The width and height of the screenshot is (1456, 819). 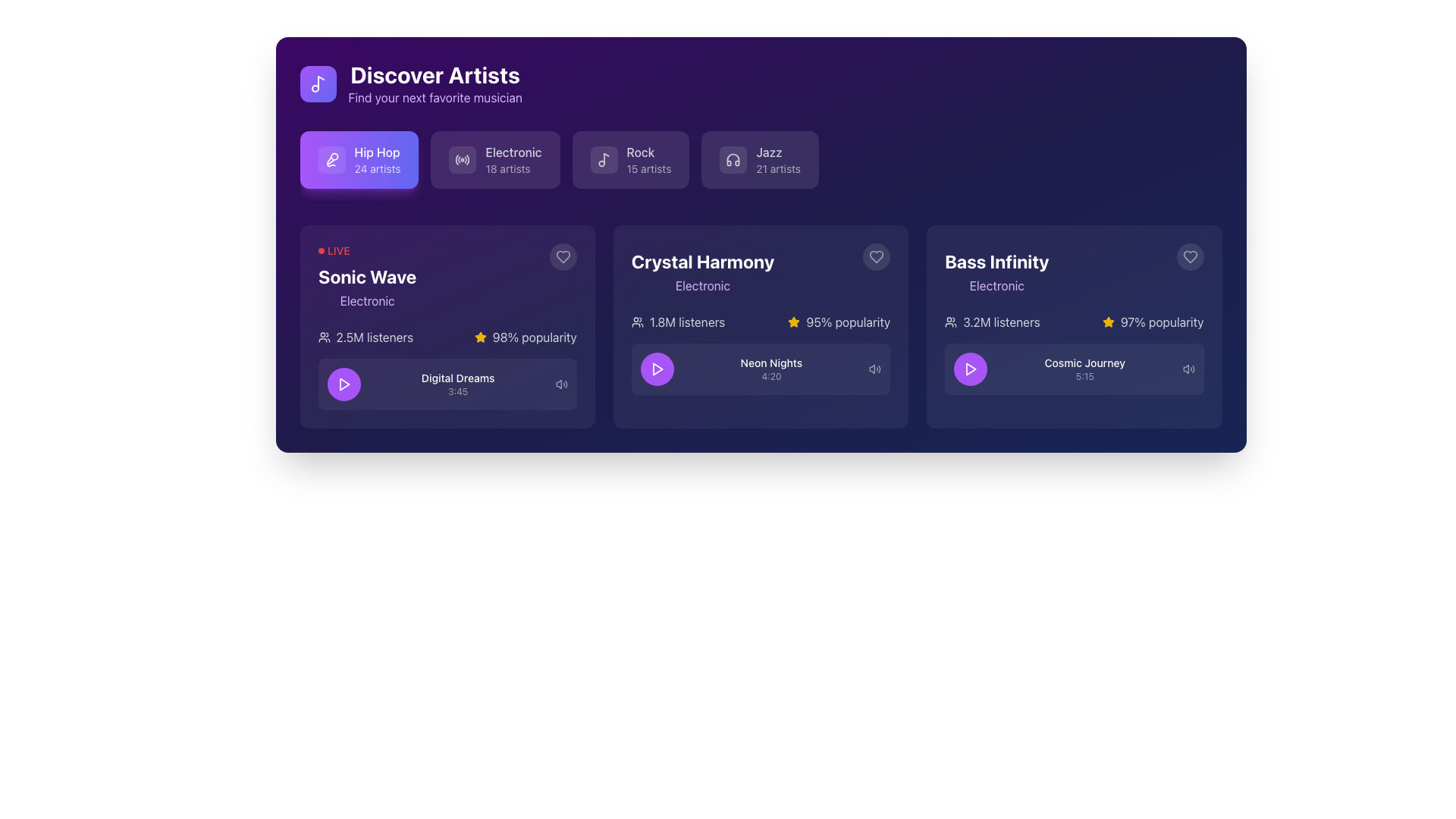 What do you see at coordinates (760, 160) in the screenshot?
I see `the 'Jazz' category button` at bounding box center [760, 160].